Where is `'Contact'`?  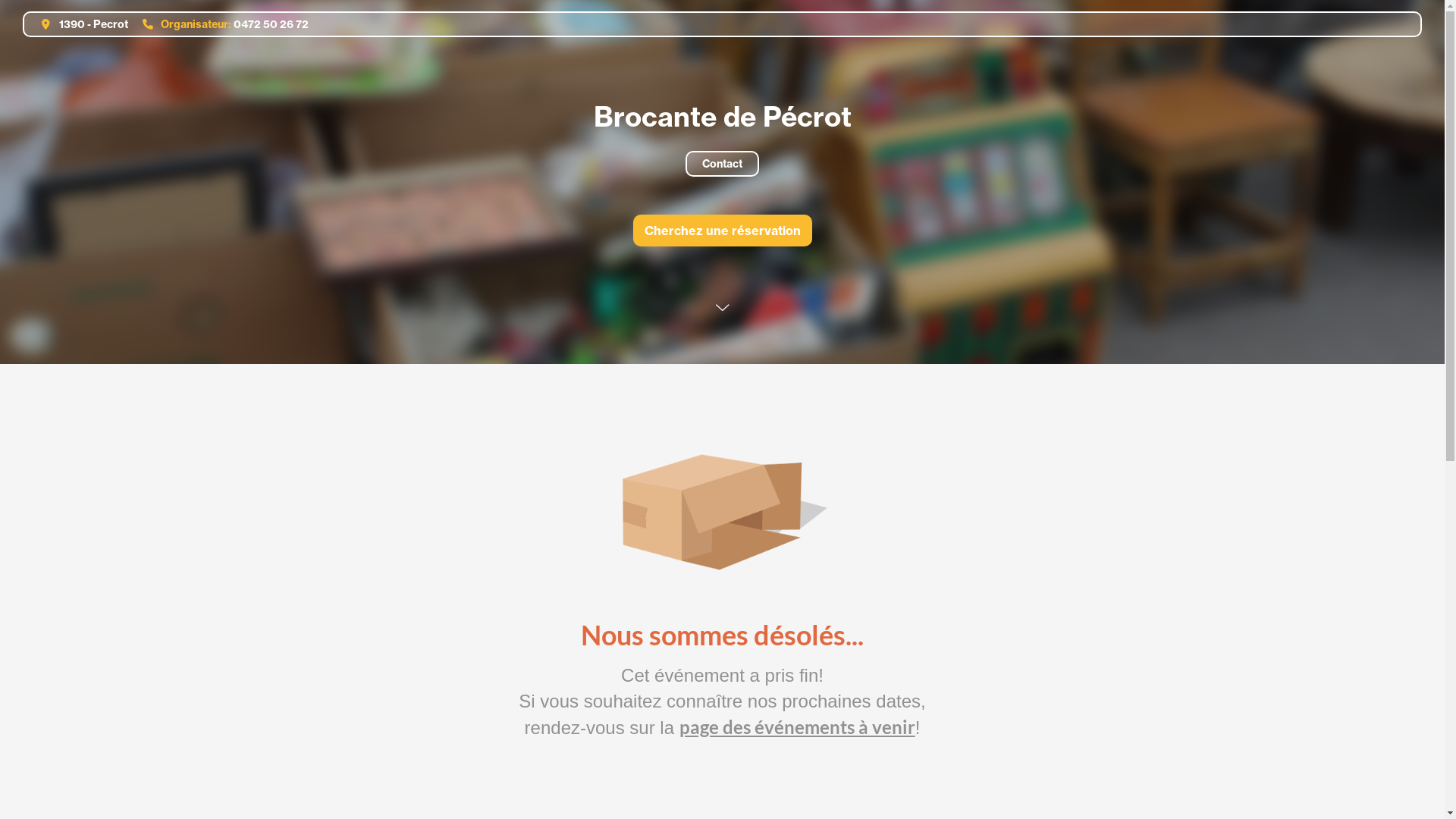 'Contact' is located at coordinates (721, 164).